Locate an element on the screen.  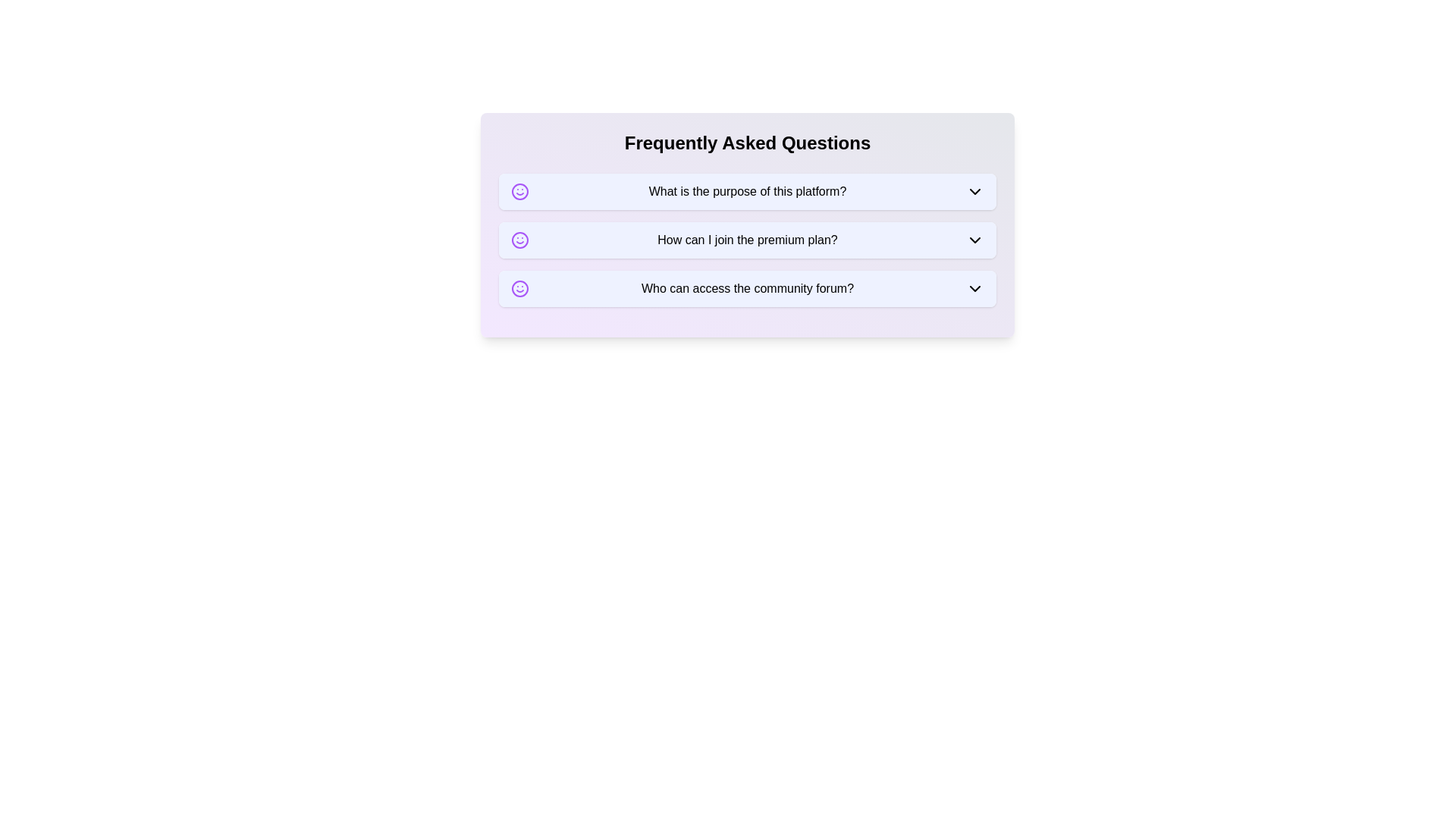
the interactive chevron icon is located at coordinates (975, 191).